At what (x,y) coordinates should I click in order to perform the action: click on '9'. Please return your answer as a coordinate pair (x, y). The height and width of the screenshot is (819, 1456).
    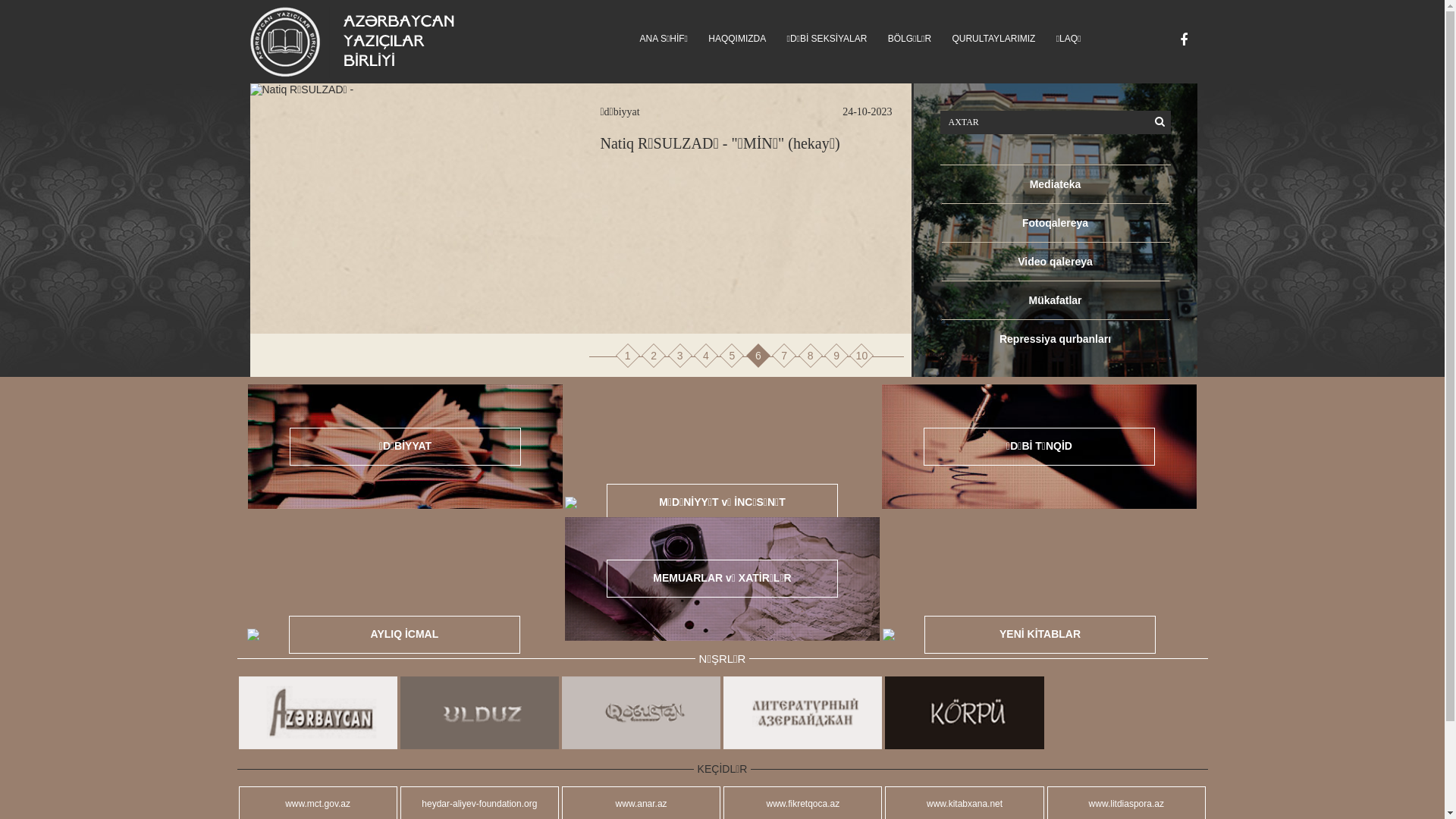
    Looking at the image, I should click on (836, 356).